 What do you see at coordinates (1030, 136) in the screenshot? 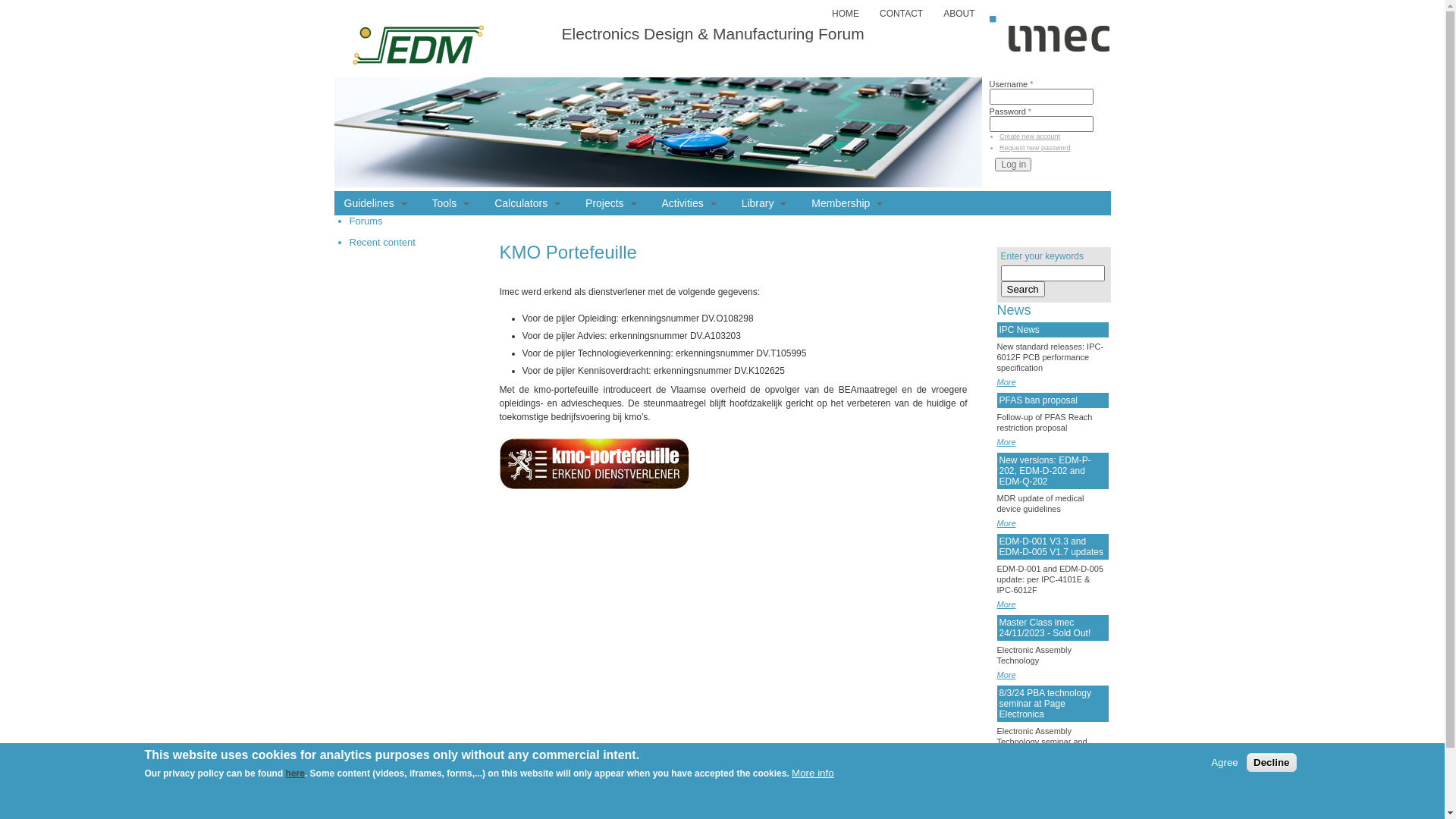
I see `'Create new account'` at bounding box center [1030, 136].